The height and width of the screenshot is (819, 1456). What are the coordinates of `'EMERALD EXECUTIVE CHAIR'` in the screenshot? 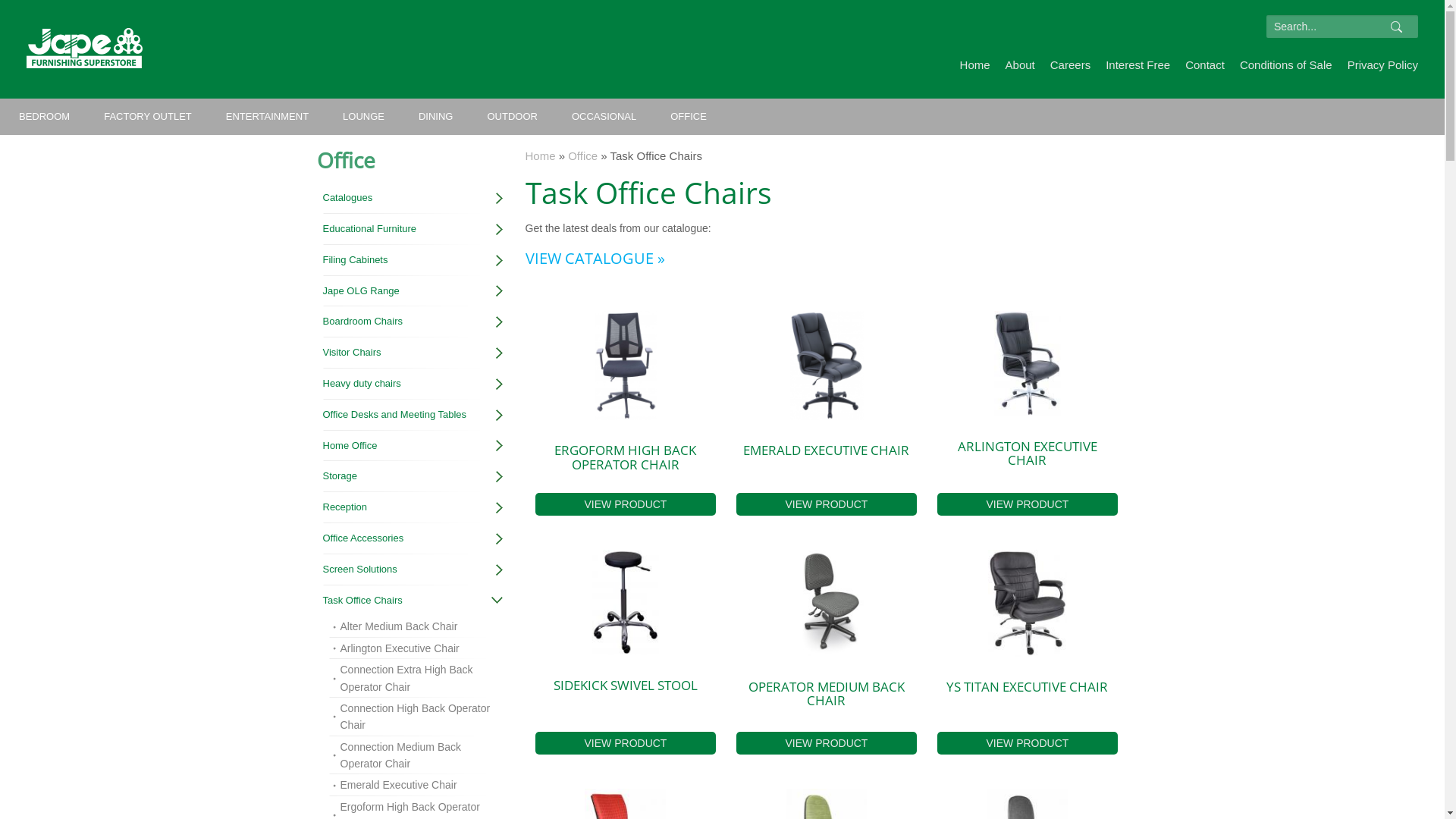 It's located at (825, 449).